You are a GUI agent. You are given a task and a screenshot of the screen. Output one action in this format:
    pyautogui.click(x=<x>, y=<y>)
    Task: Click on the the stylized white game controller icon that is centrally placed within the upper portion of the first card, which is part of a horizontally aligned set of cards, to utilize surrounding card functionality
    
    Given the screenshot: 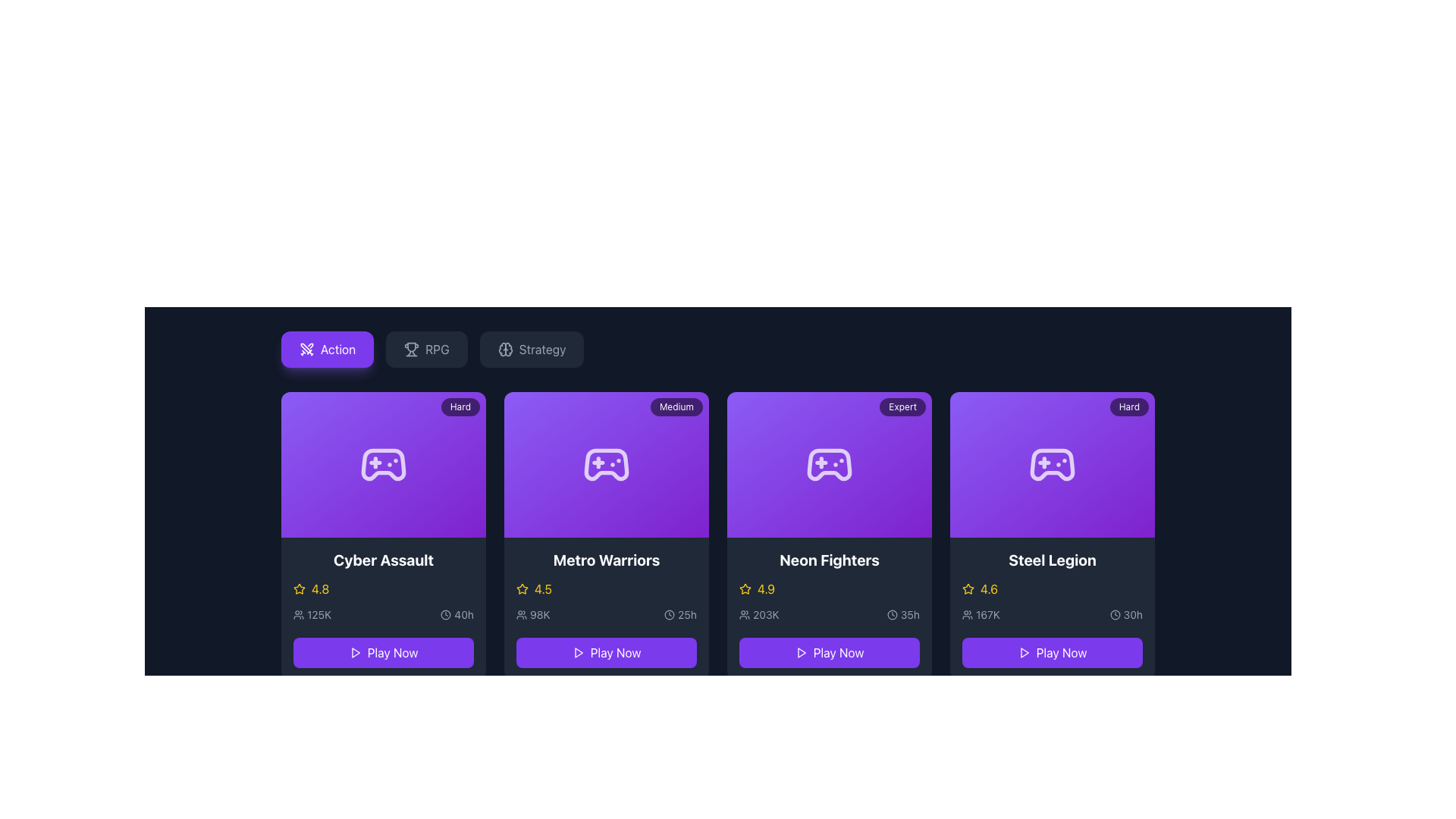 What is the action you would take?
    pyautogui.click(x=383, y=464)
    